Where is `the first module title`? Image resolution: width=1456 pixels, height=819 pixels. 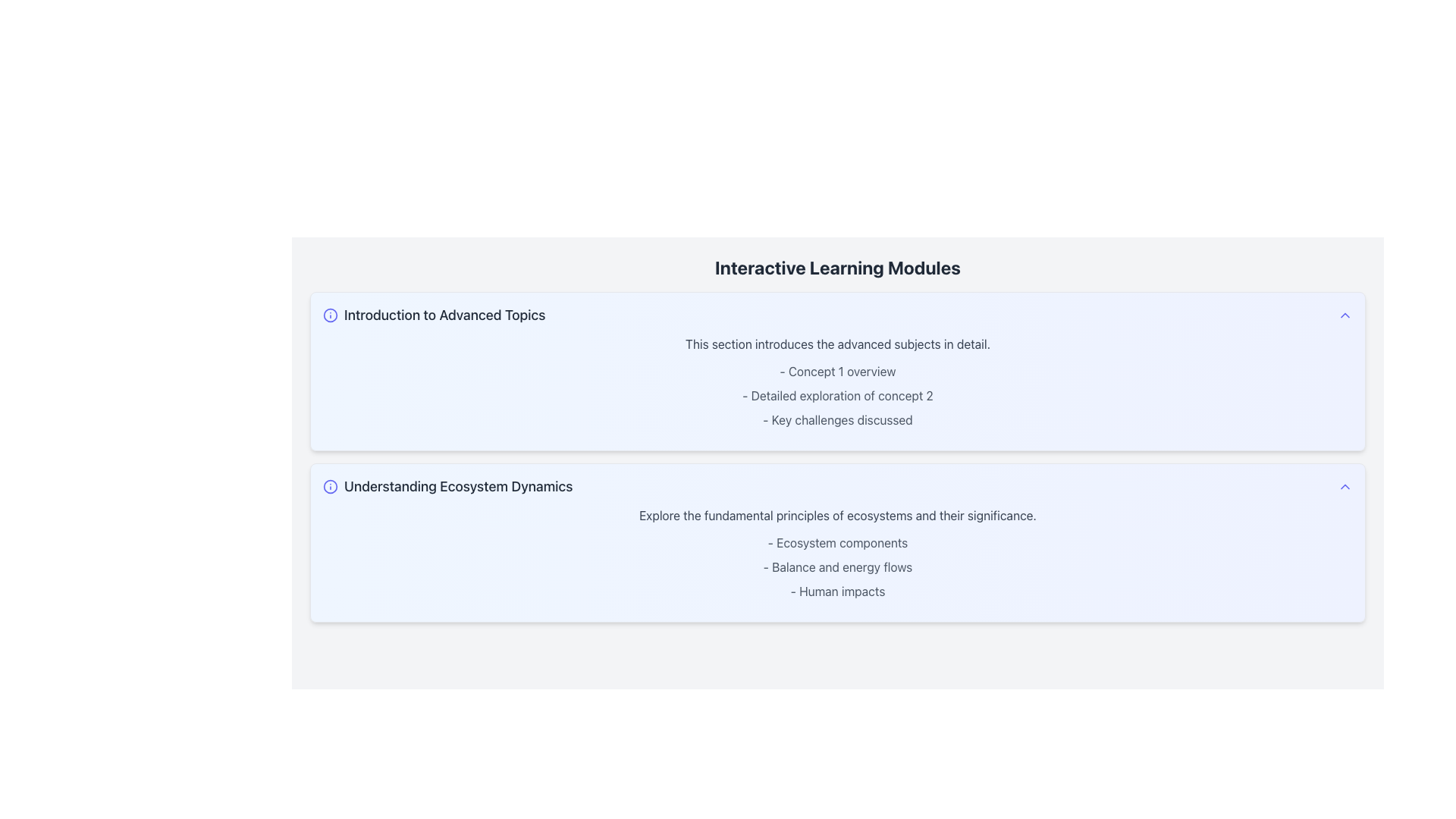 the first module title is located at coordinates (433, 315).